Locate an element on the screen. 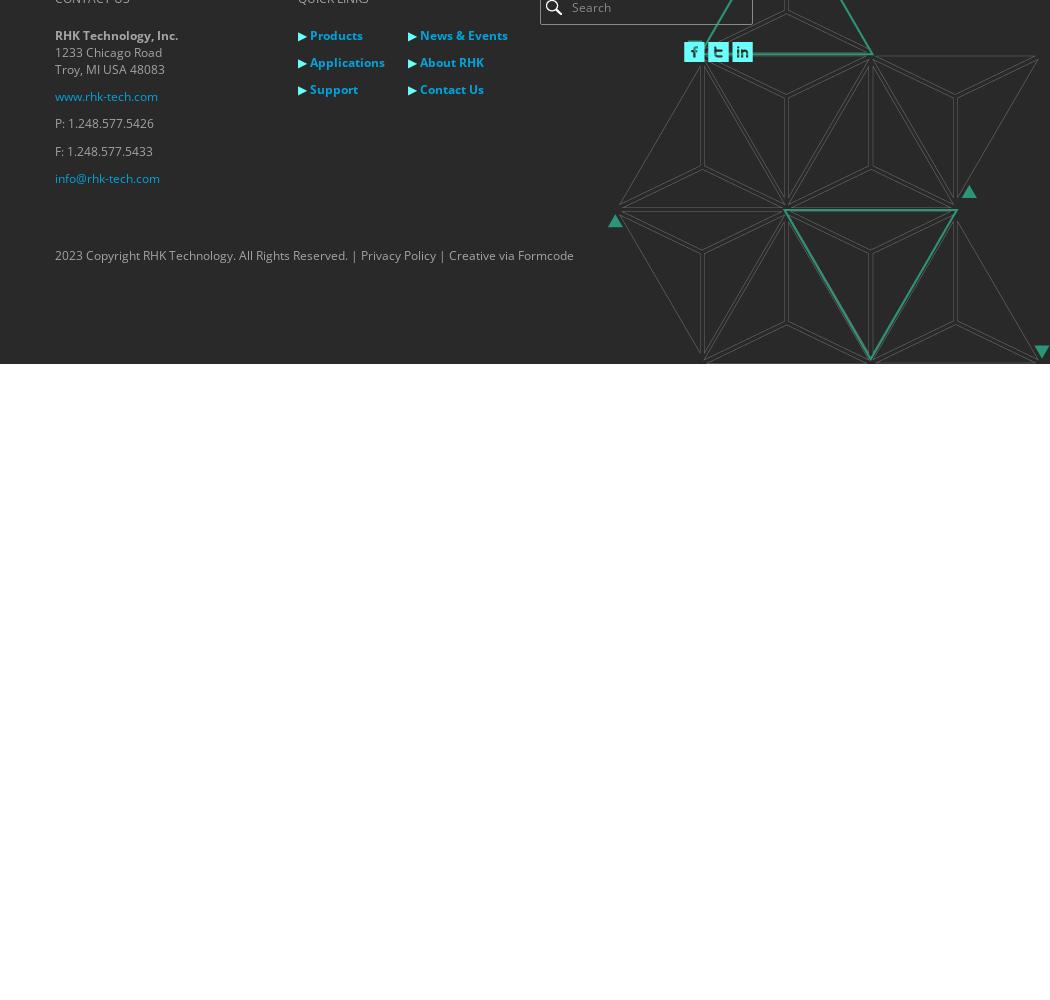 This screenshot has width=1050, height=1000. 'About RHK' is located at coordinates (450, 62).